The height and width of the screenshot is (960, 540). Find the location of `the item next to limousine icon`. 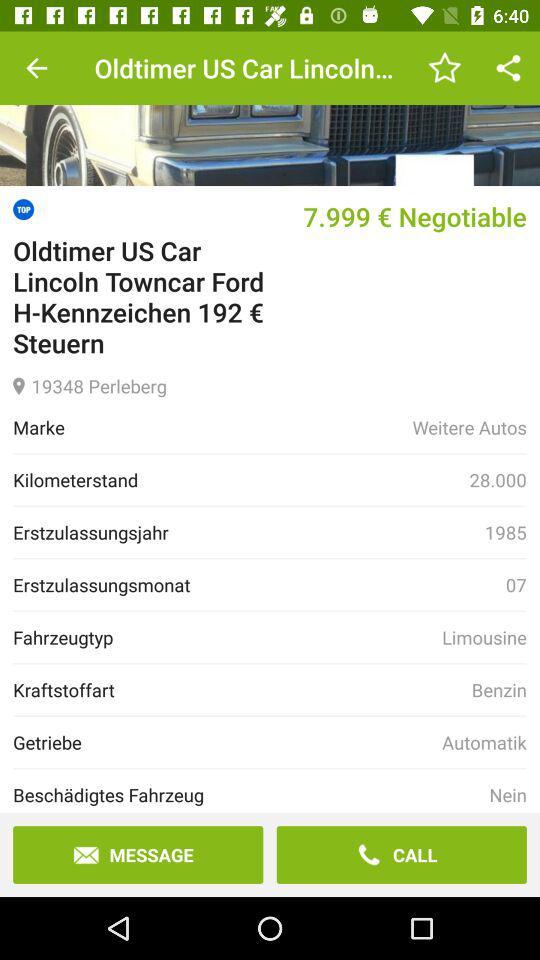

the item next to limousine icon is located at coordinates (226, 636).